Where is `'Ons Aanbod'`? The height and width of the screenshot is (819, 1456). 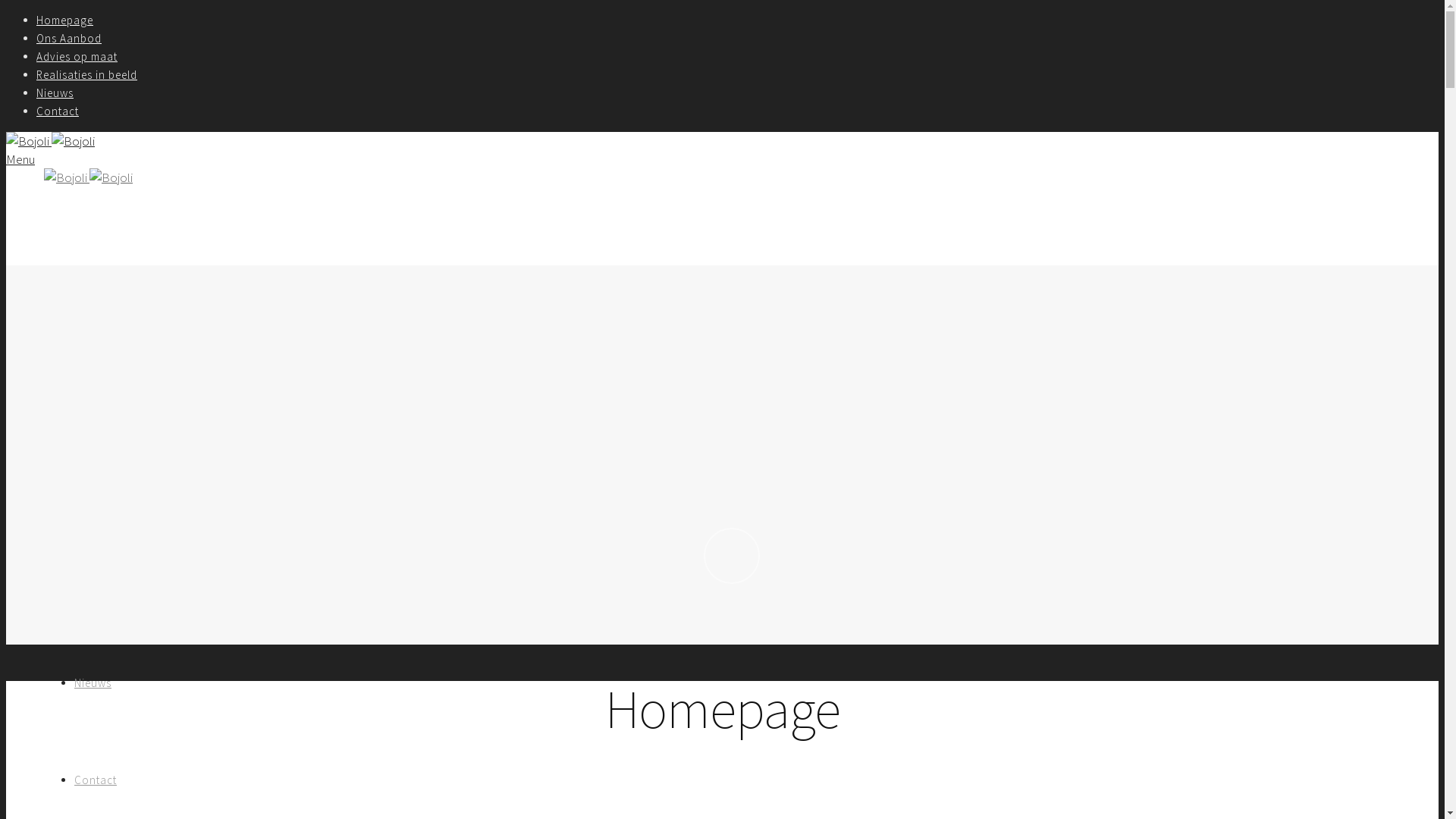 'Ons Aanbod' is located at coordinates (36, 37).